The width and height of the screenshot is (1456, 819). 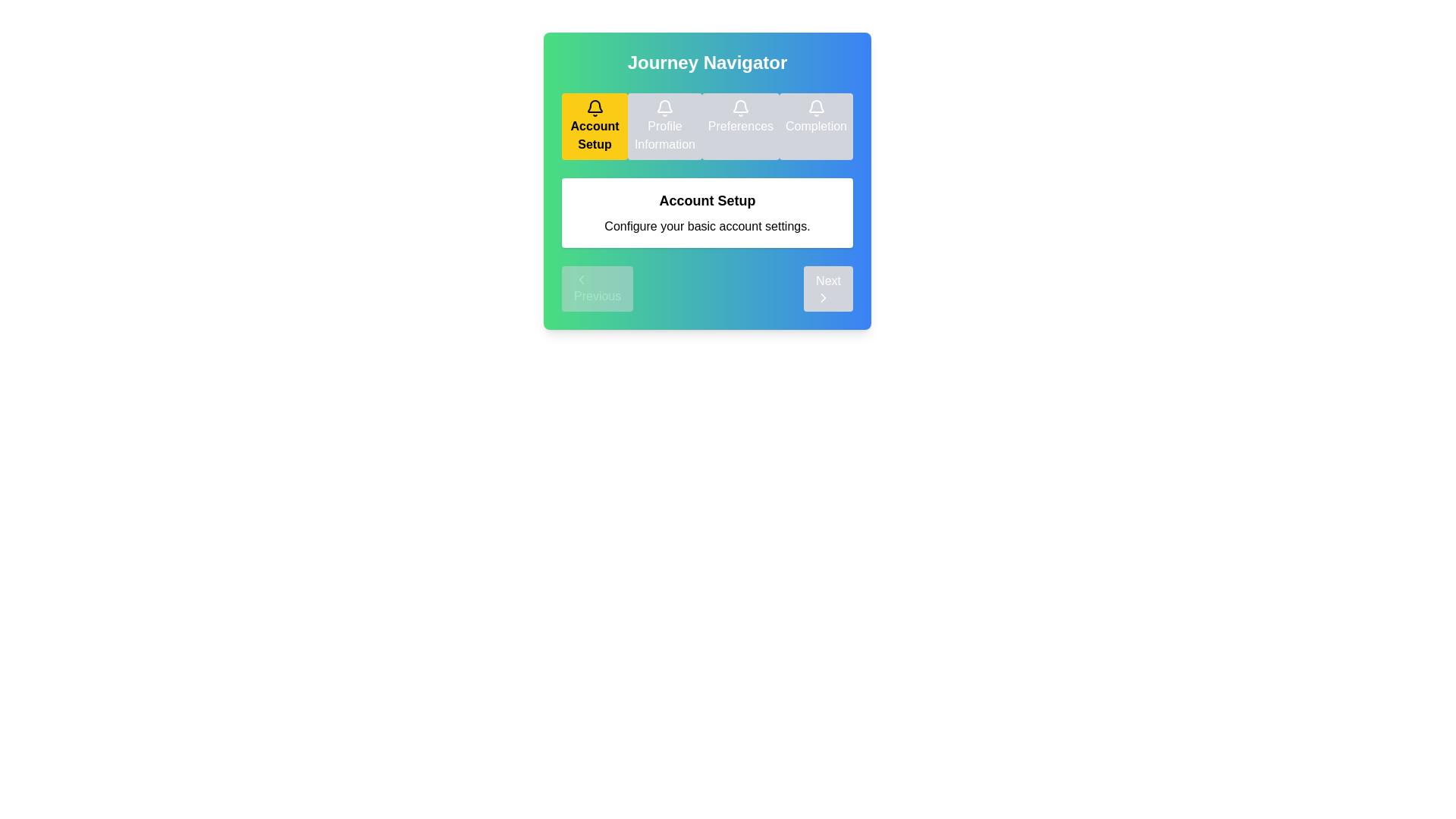 What do you see at coordinates (827, 289) in the screenshot?
I see `the 'Next' button to navigate to the next step` at bounding box center [827, 289].